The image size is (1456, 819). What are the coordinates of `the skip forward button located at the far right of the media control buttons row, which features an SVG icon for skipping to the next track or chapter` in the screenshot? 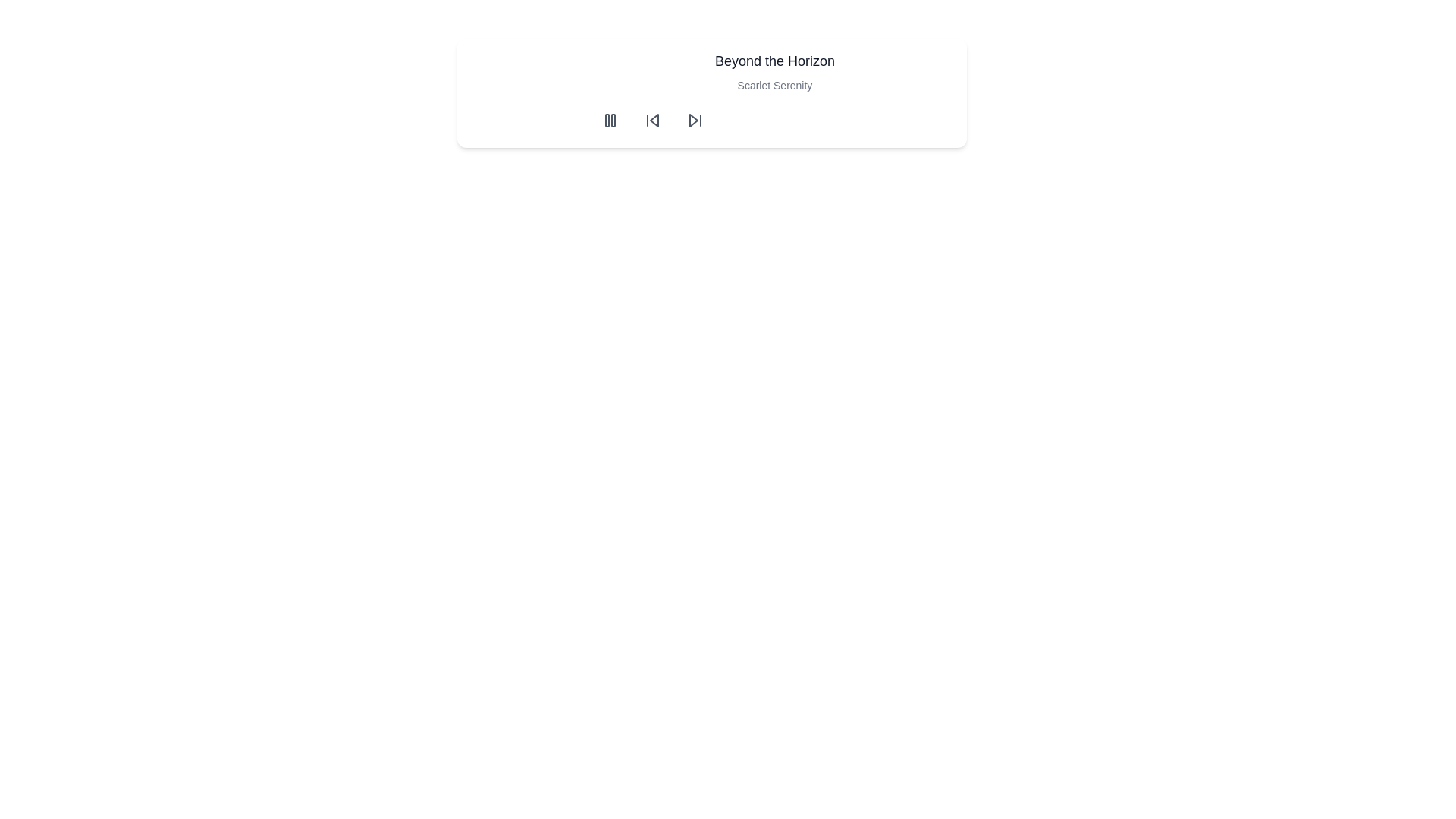 It's located at (694, 119).